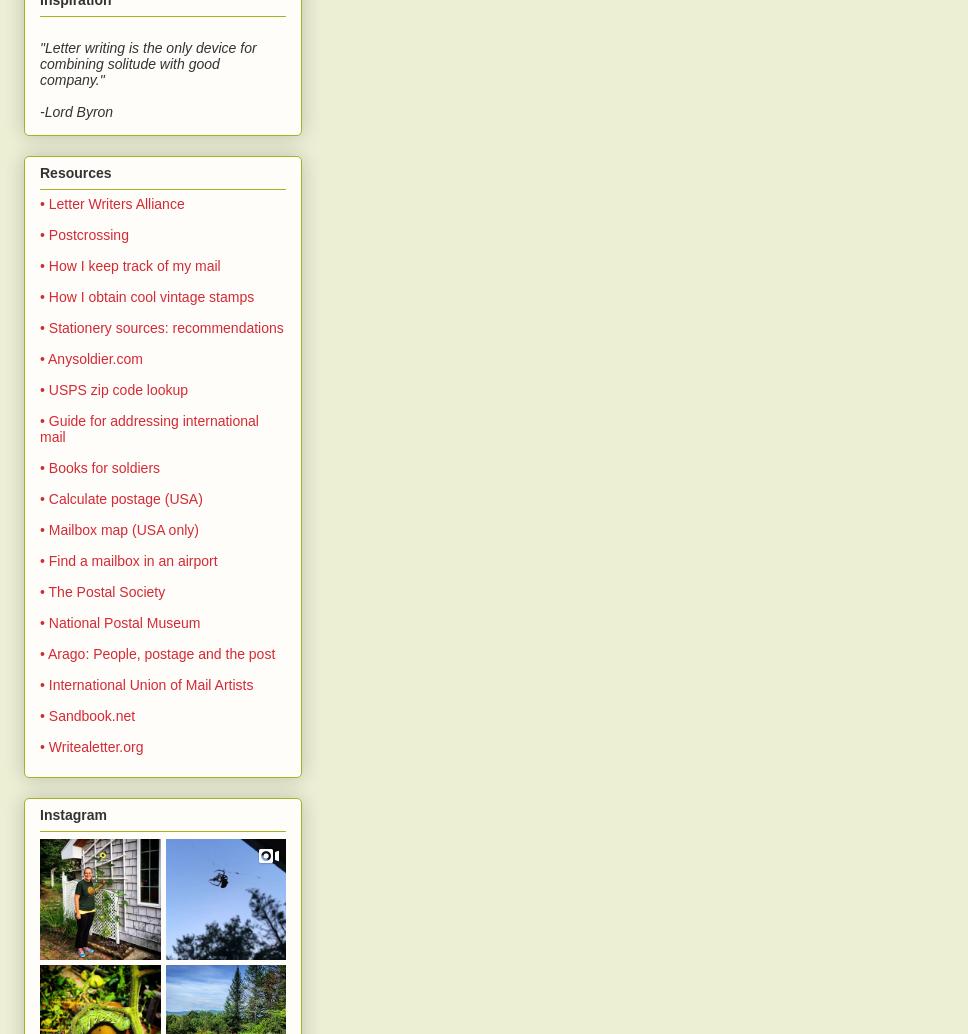 The width and height of the screenshot is (968, 1034). Describe the element at coordinates (118, 528) in the screenshot. I see `'• Mailbox map (USA only)'` at that location.